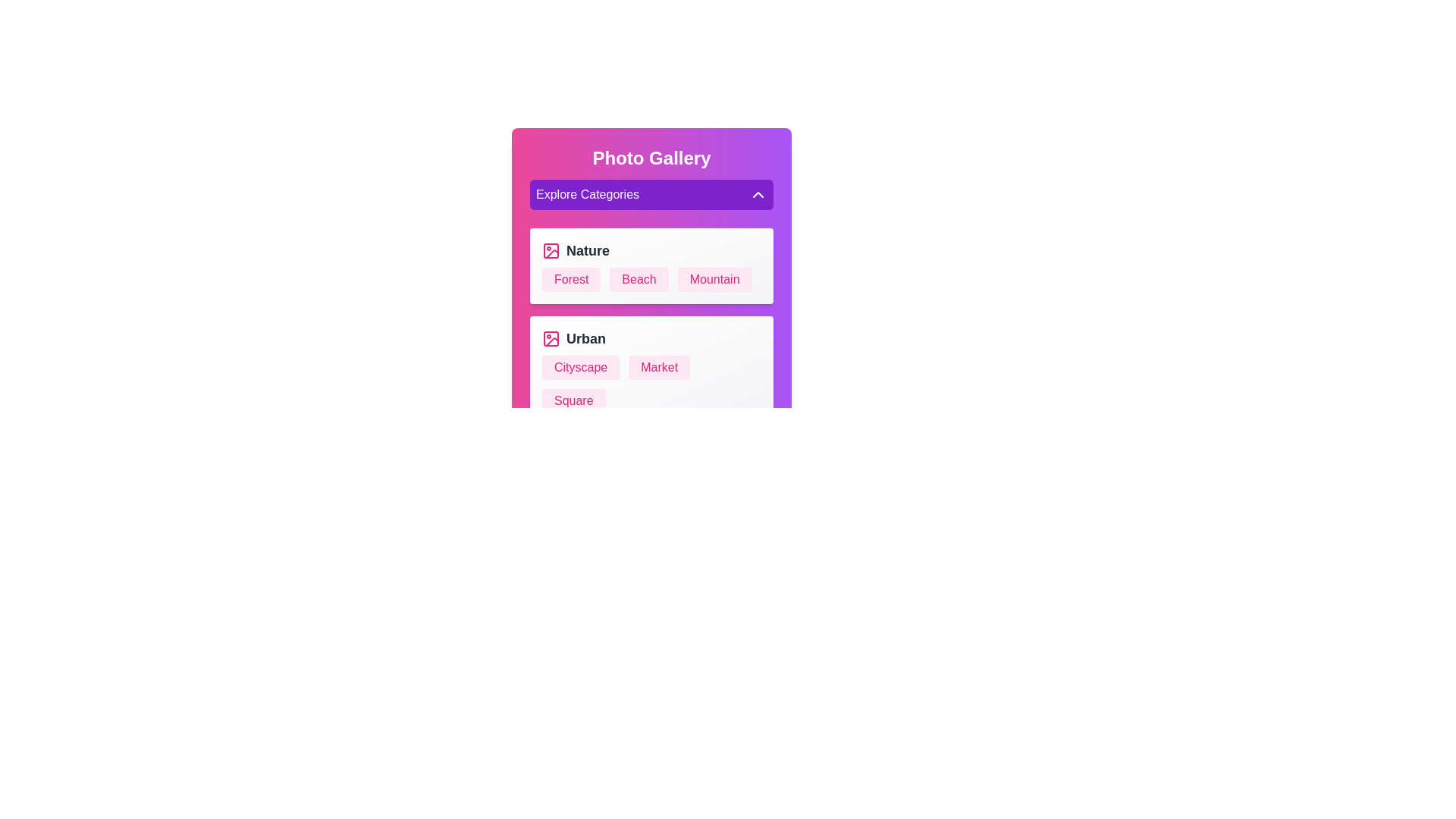 This screenshot has width=1456, height=819. Describe the element at coordinates (651, 194) in the screenshot. I see `the text element labeled 'Explore Categories' to select it` at that location.